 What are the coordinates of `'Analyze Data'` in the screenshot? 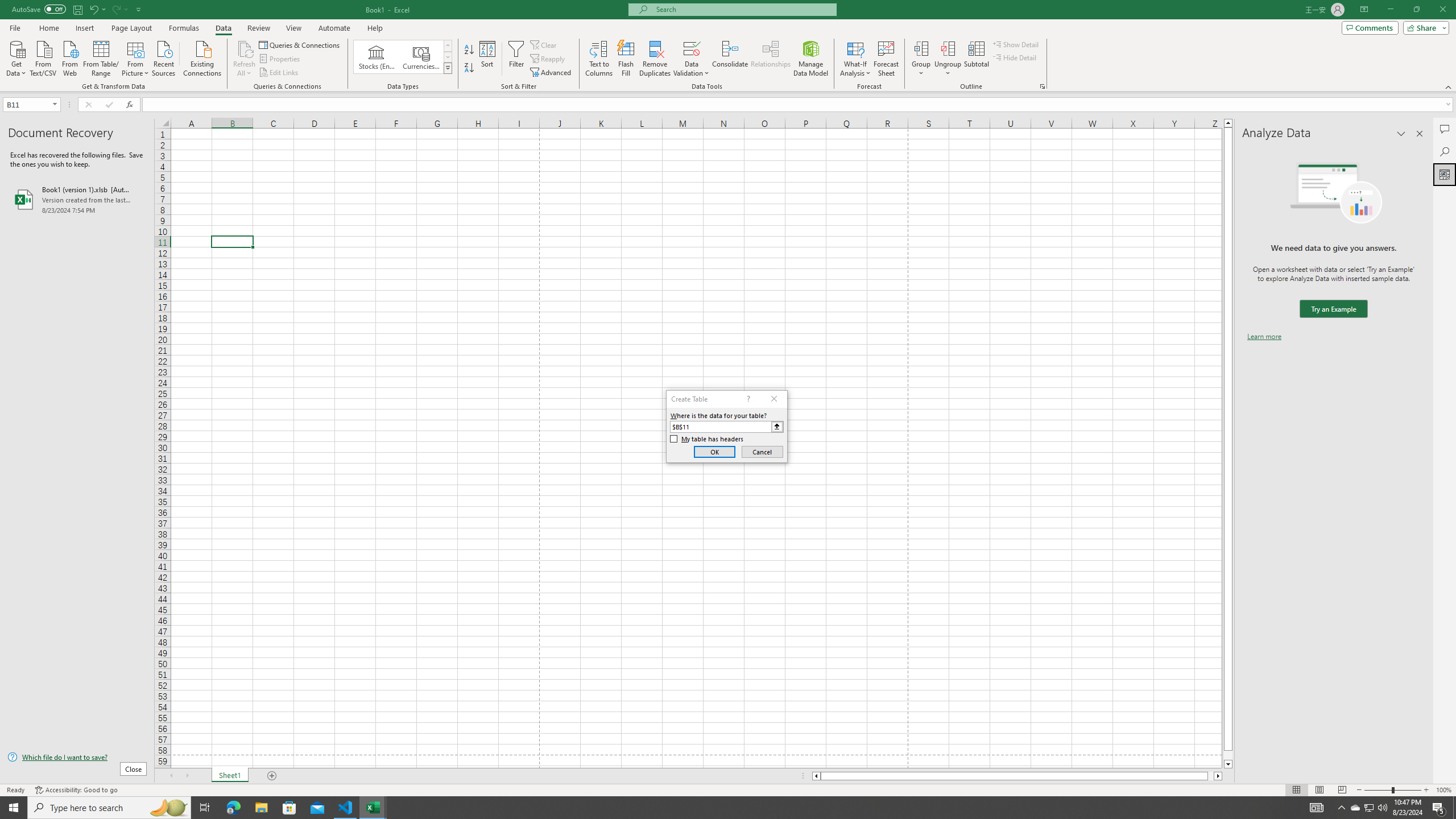 It's located at (1444, 174).